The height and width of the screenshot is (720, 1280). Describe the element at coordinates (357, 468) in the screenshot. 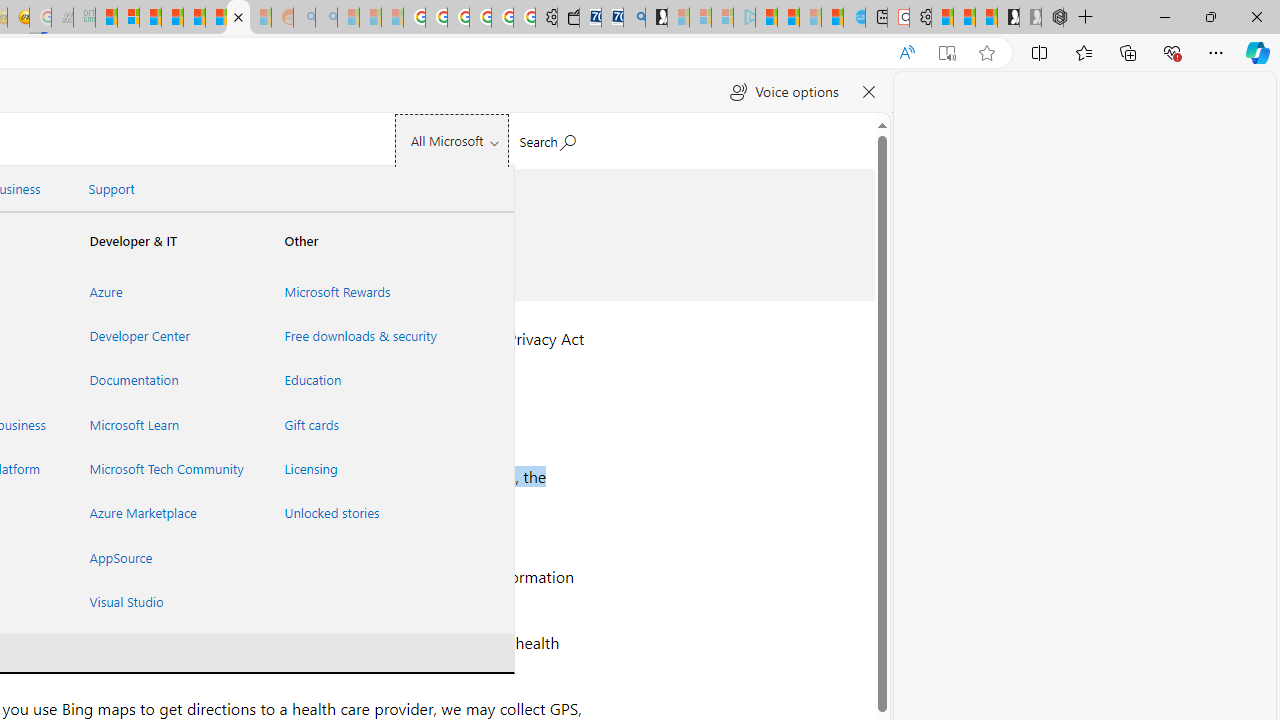

I see `'Licensing'` at that location.